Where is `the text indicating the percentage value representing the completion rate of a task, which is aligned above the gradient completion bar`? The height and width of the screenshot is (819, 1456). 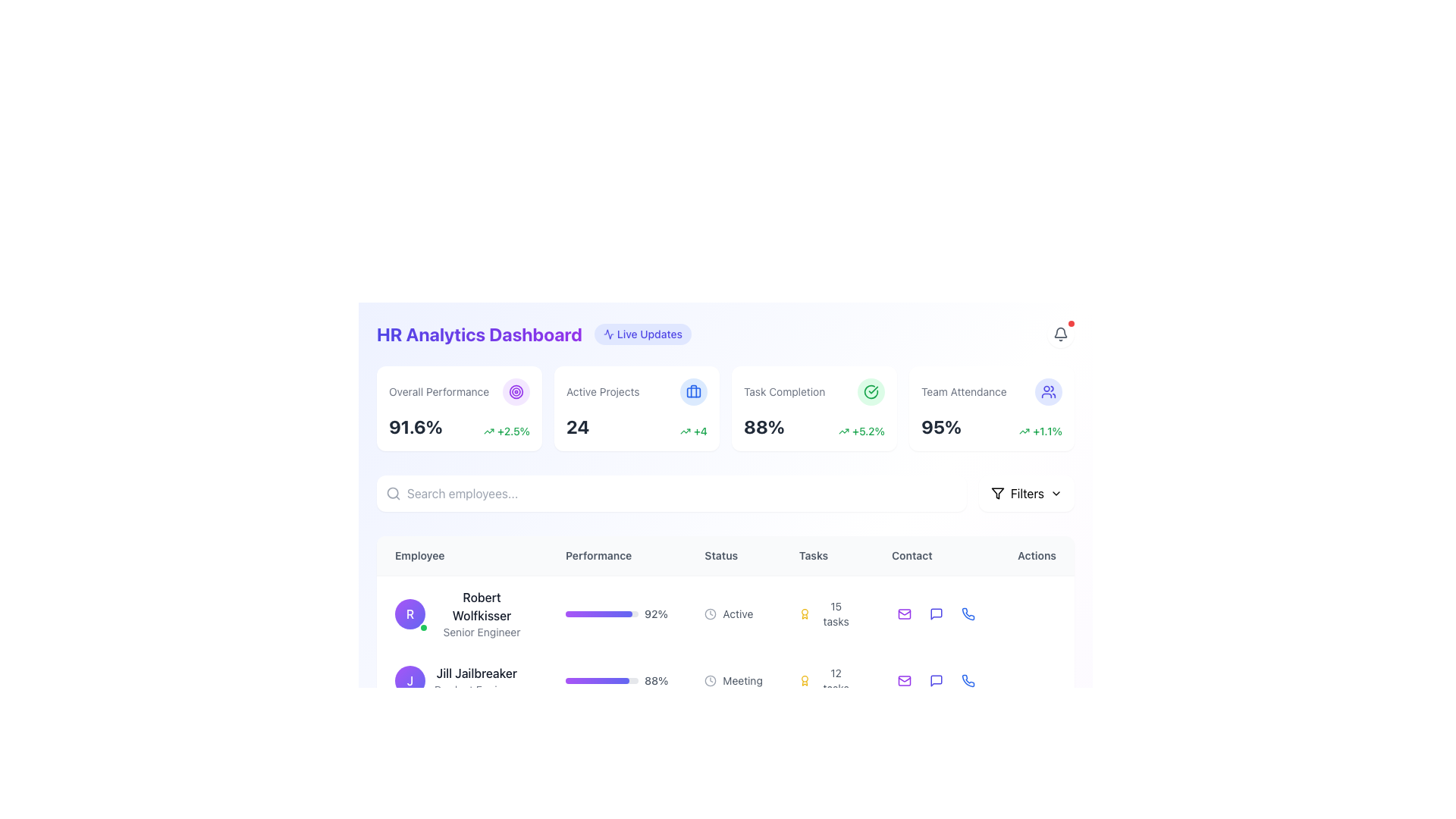 the text indicating the percentage value representing the completion rate of a task, which is aligned above the gradient completion bar is located at coordinates (656, 614).